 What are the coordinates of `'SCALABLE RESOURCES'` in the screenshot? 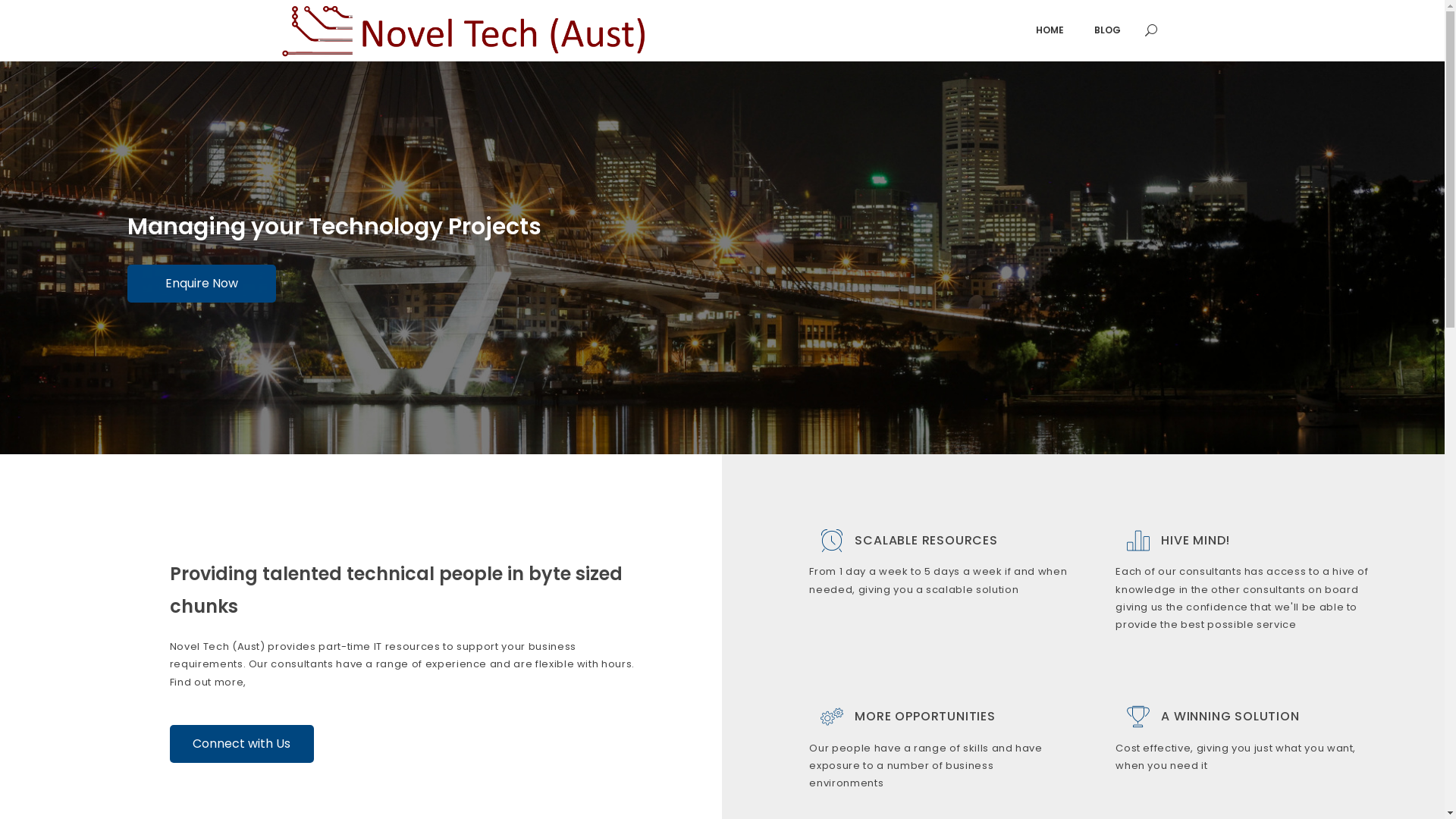 It's located at (855, 538).